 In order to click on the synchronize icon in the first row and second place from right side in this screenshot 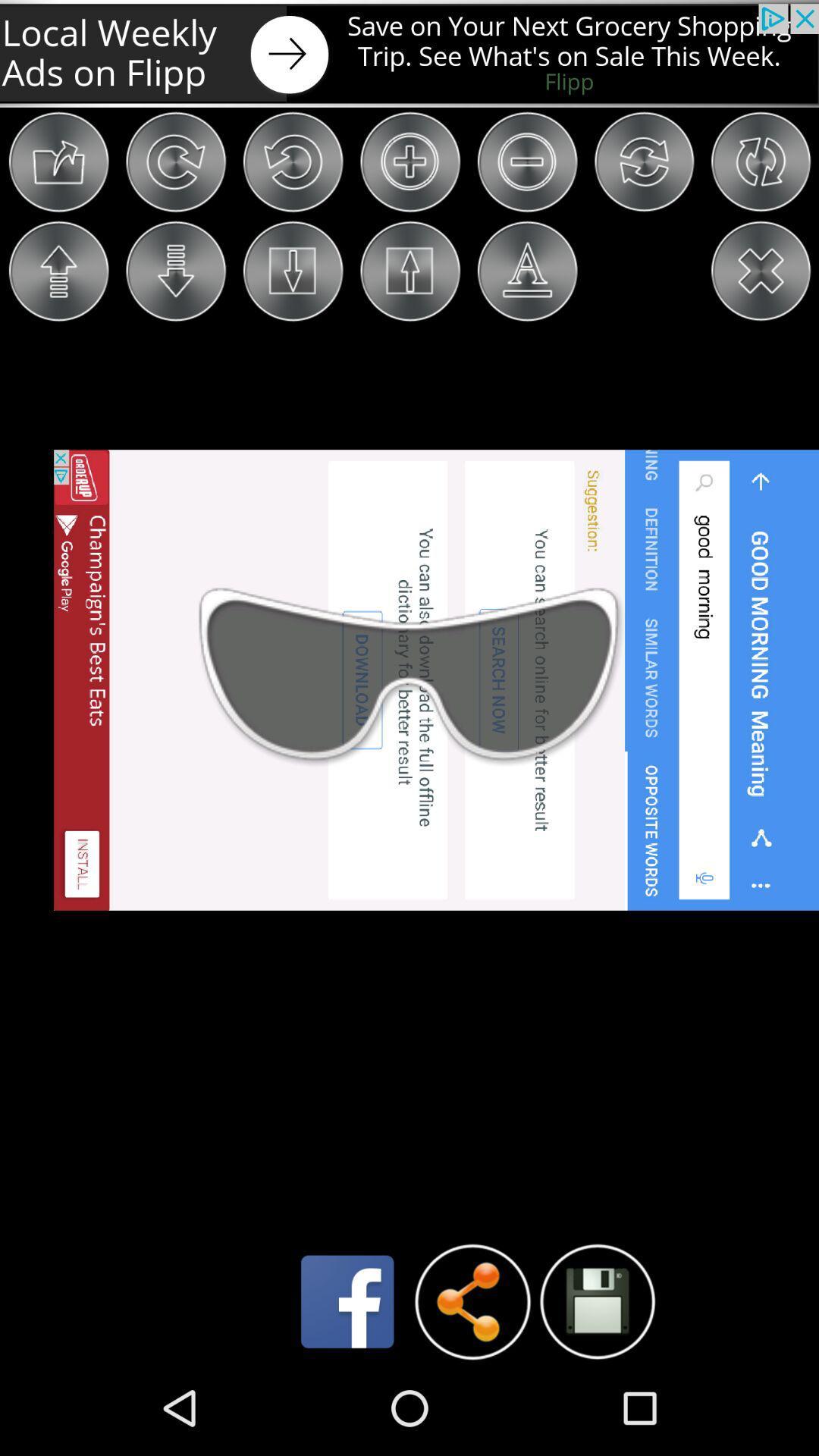, I will do `click(644, 162)`.